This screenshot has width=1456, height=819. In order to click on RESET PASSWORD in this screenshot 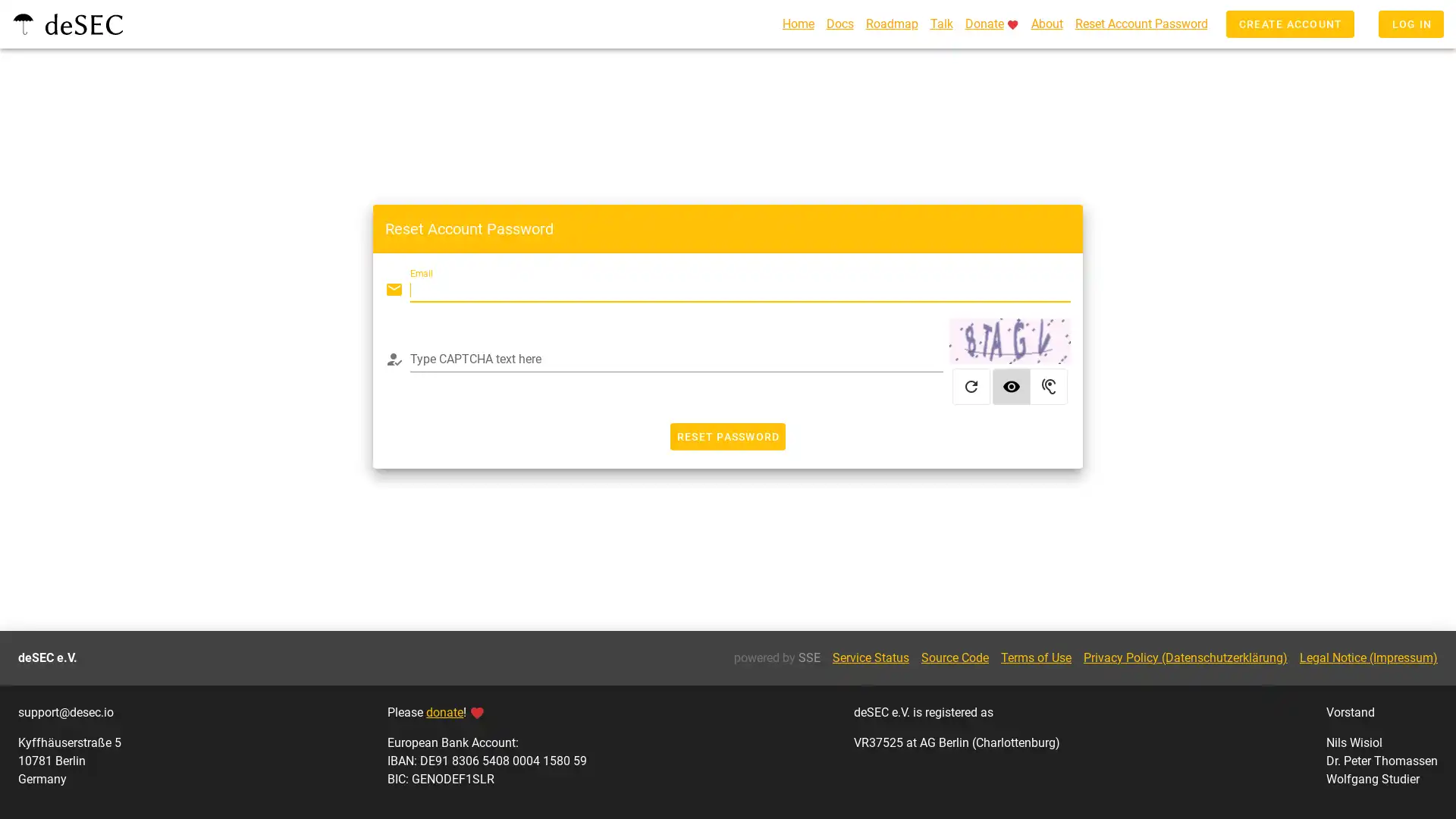, I will do `click(726, 439)`.